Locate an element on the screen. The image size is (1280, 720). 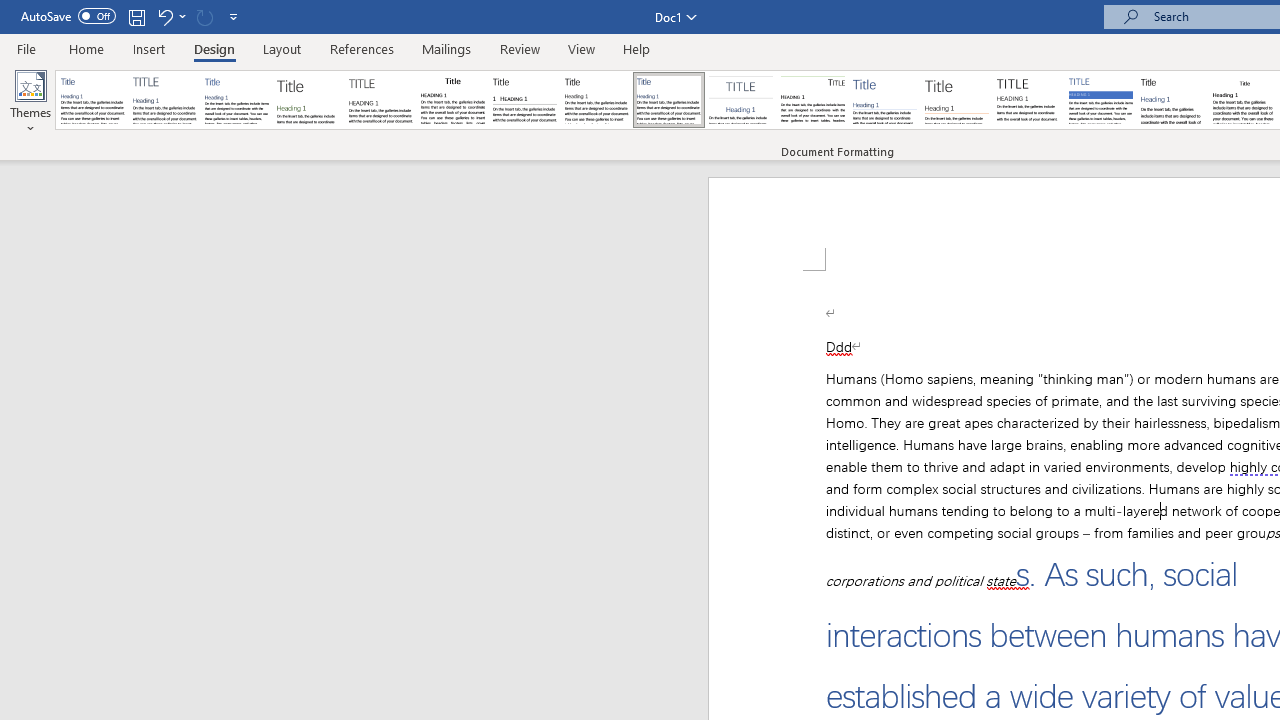
'Can' is located at coordinates (204, 16).